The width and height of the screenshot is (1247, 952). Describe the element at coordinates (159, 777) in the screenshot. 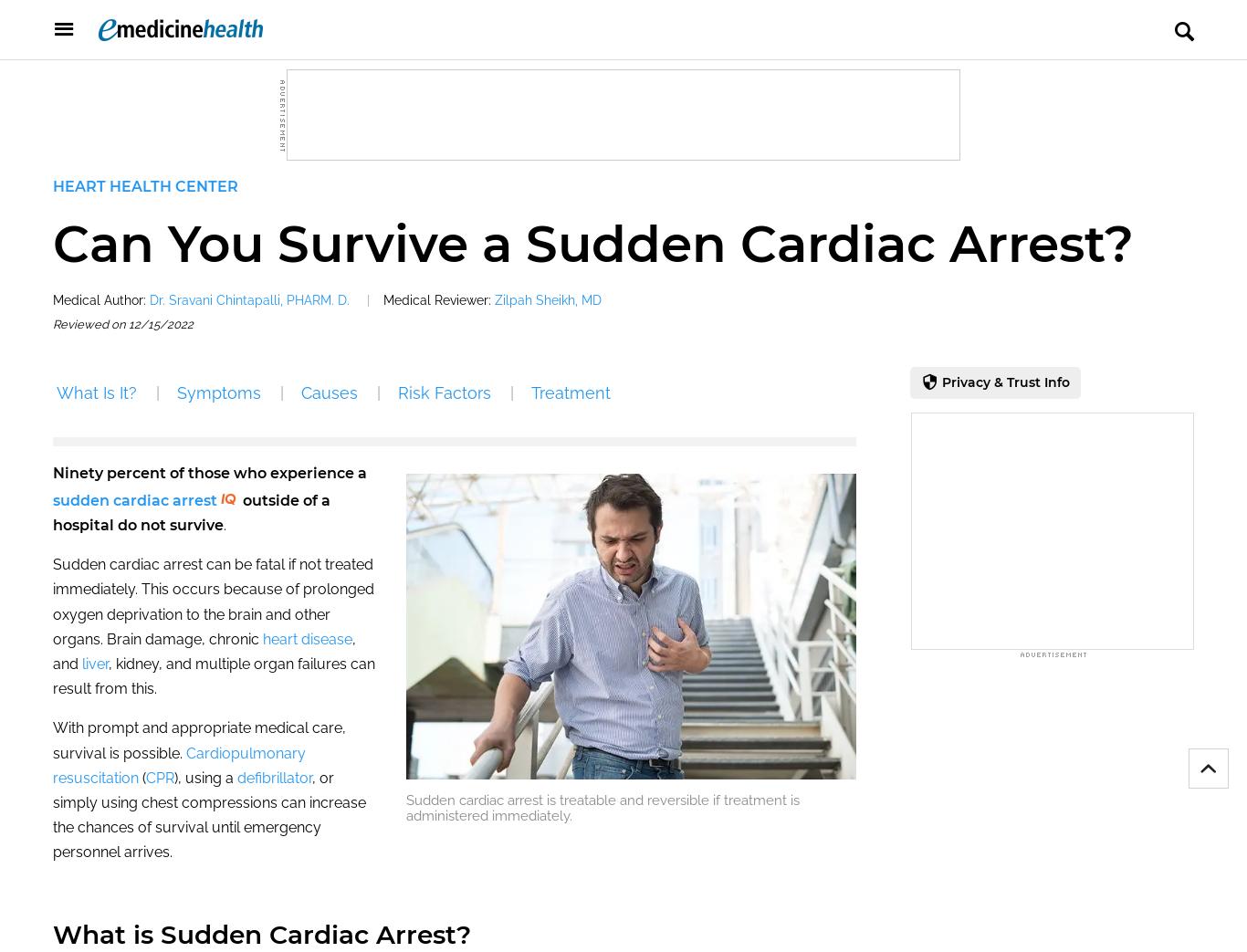

I see `'CPR'` at that location.